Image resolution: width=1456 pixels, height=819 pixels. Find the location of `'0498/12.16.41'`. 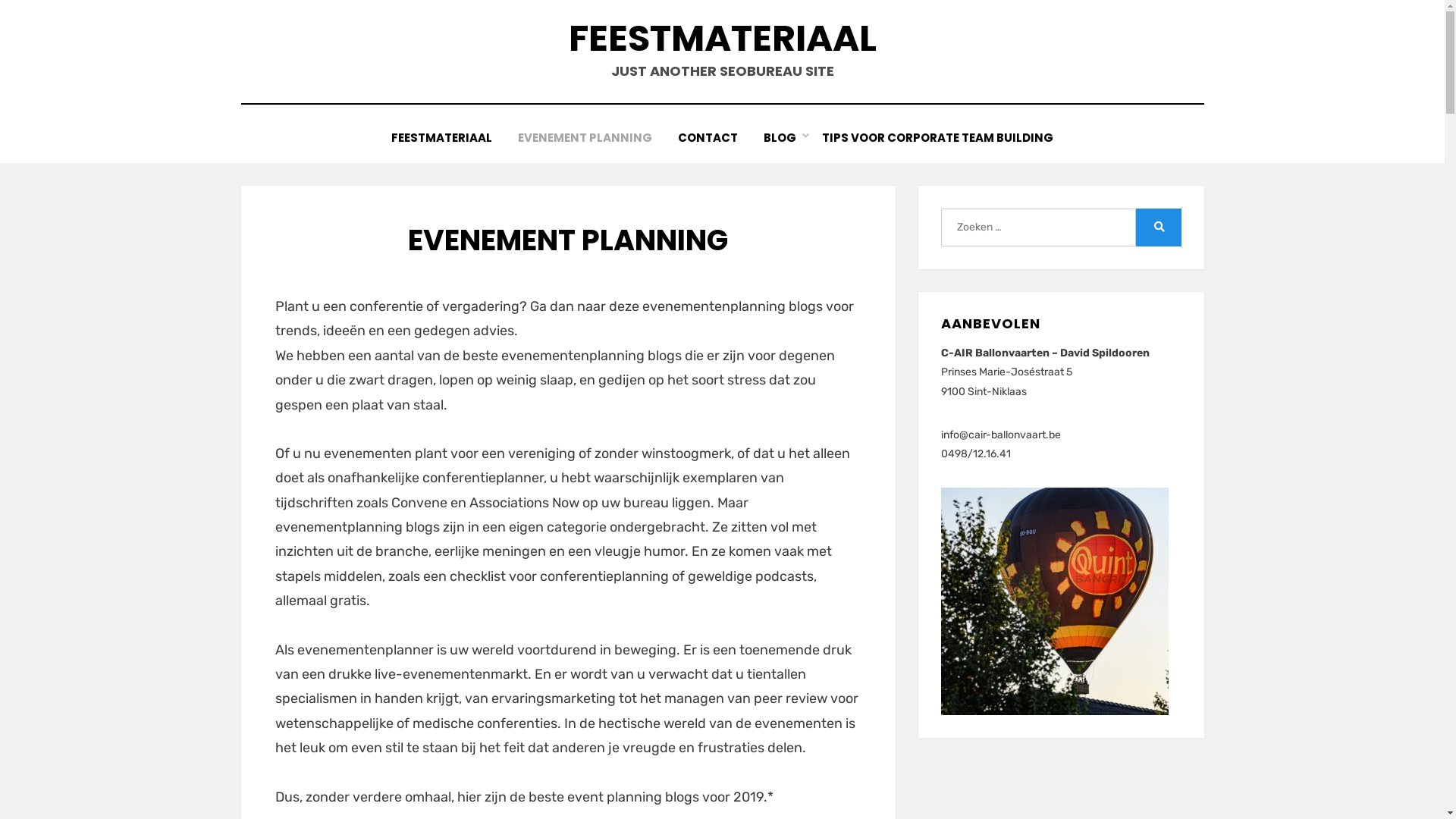

'0498/12.16.41' is located at coordinates (975, 453).